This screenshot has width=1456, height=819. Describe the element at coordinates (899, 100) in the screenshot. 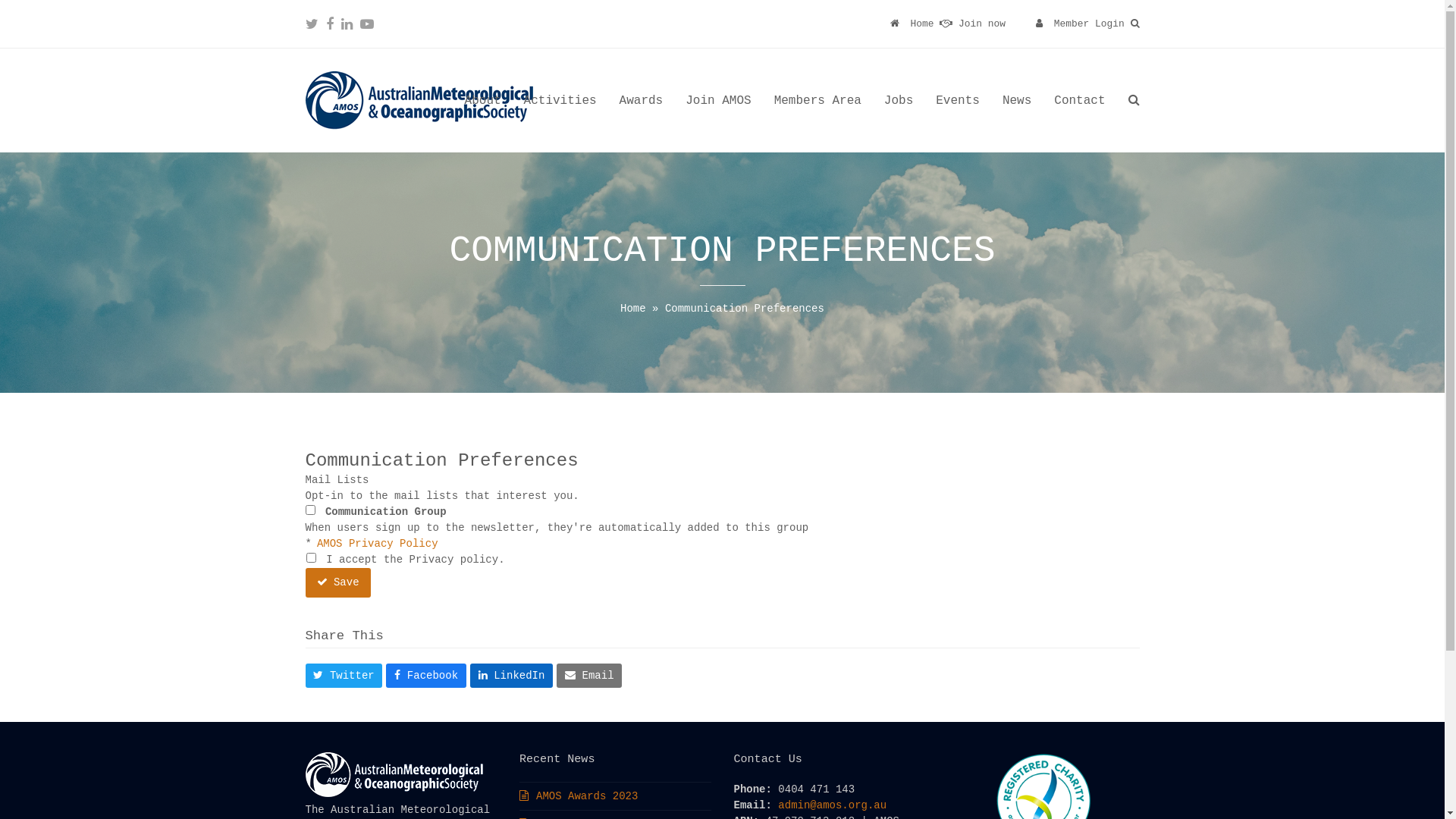

I see `'Jobs'` at that location.